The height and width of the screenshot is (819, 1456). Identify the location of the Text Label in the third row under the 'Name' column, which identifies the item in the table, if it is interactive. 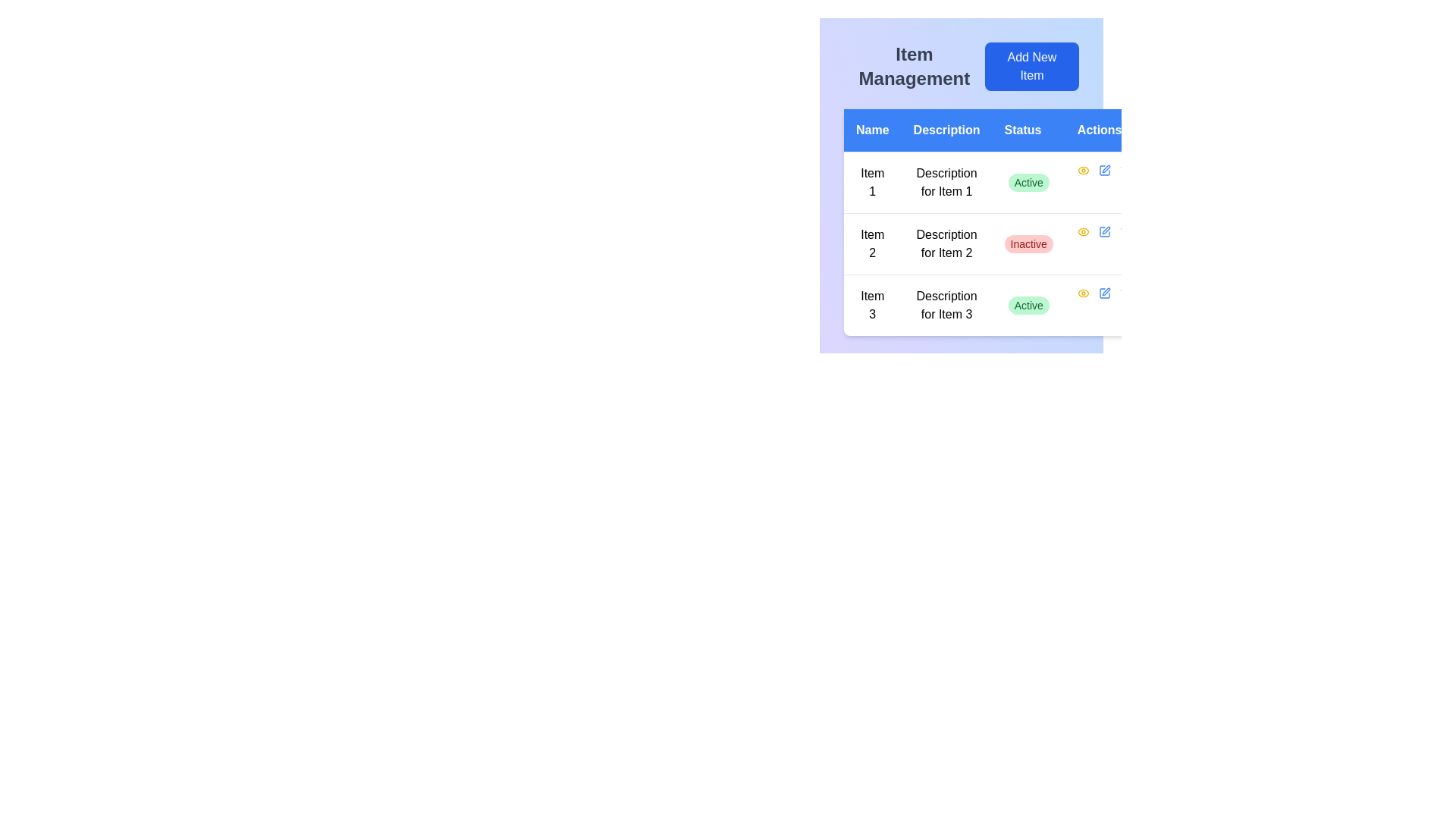
(872, 304).